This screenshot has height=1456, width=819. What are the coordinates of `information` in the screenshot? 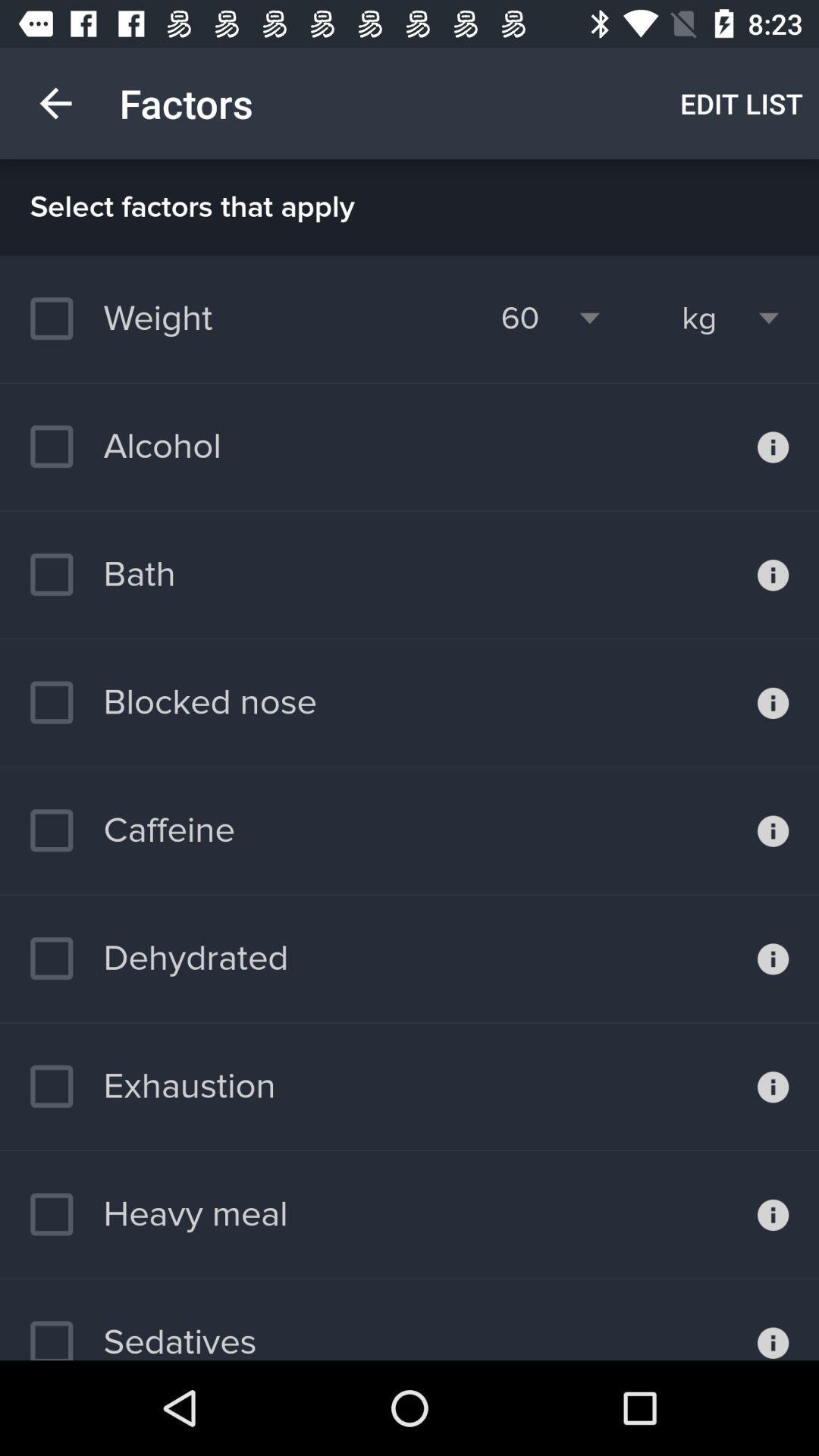 It's located at (773, 1215).